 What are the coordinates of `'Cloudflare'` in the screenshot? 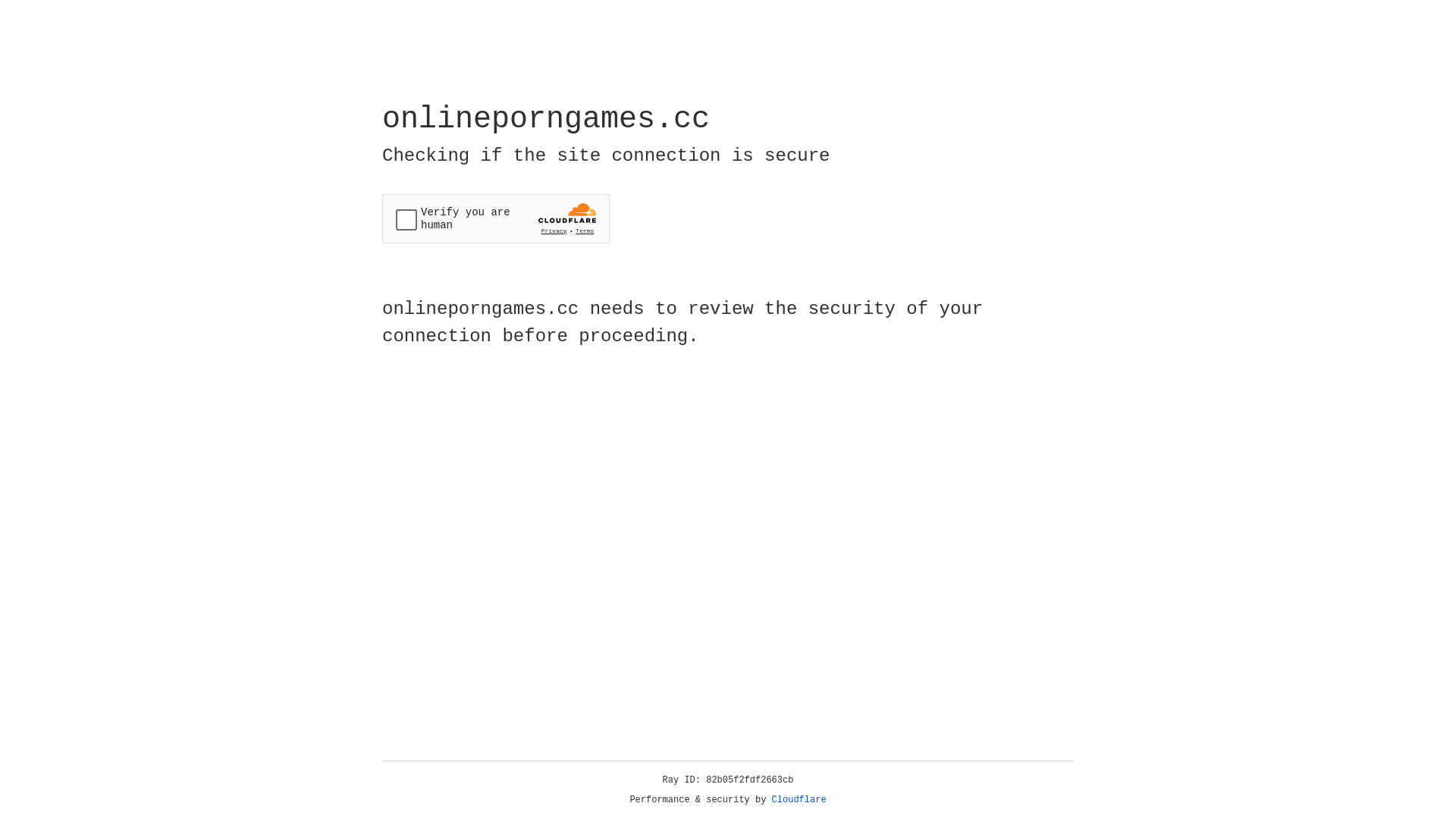 It's located at (799, 799).